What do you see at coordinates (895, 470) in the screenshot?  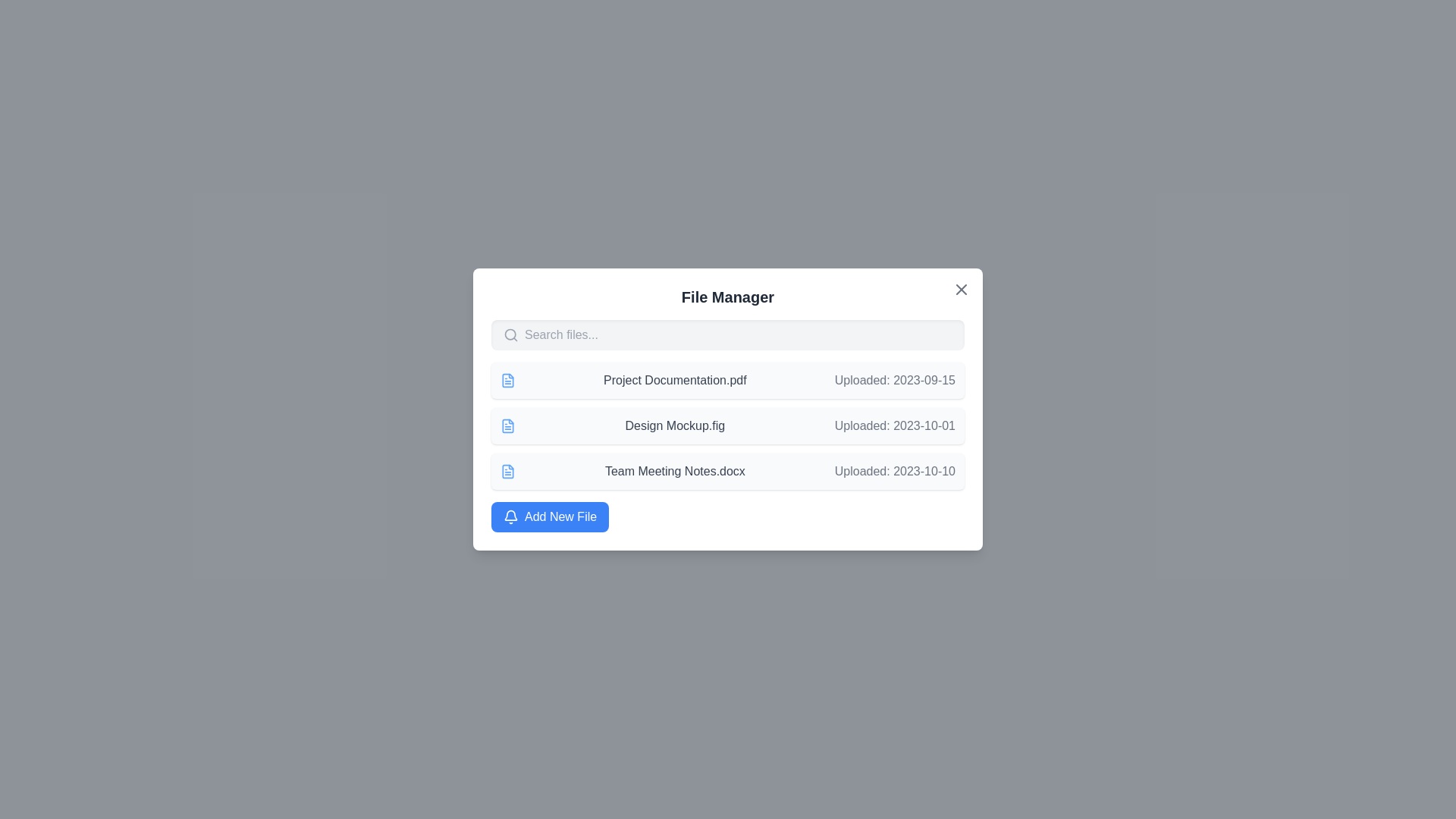 I see `text label displaying the upload date 'Uploaded: 2023-10-10' which is styled in gray font color and positioned to the right of the file name 'Team Meeting Notes.docx' on the bottom card of the file manager dialog` at bounding box center [895, 470].